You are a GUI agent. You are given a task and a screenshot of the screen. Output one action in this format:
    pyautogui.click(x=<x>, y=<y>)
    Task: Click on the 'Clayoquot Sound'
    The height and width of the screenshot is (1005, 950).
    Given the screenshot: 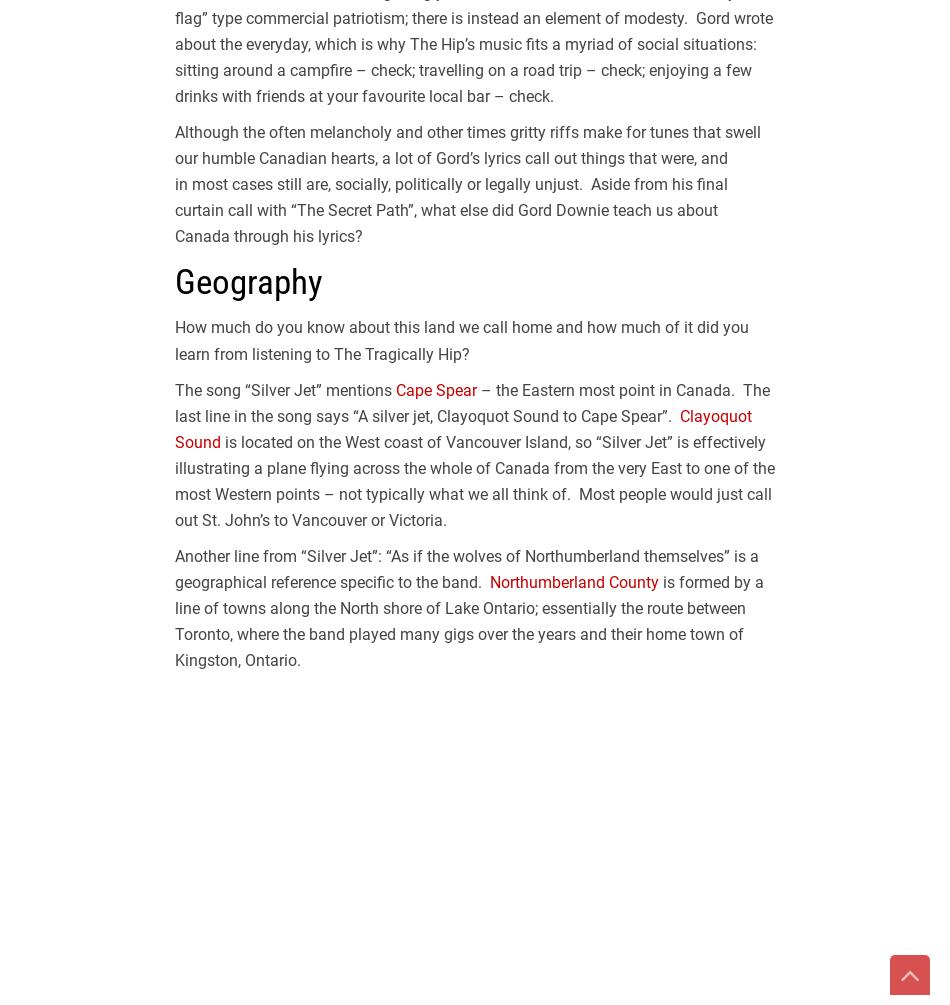 What is the action you would take?
    pyautogui.click(x=462, y=428)
    